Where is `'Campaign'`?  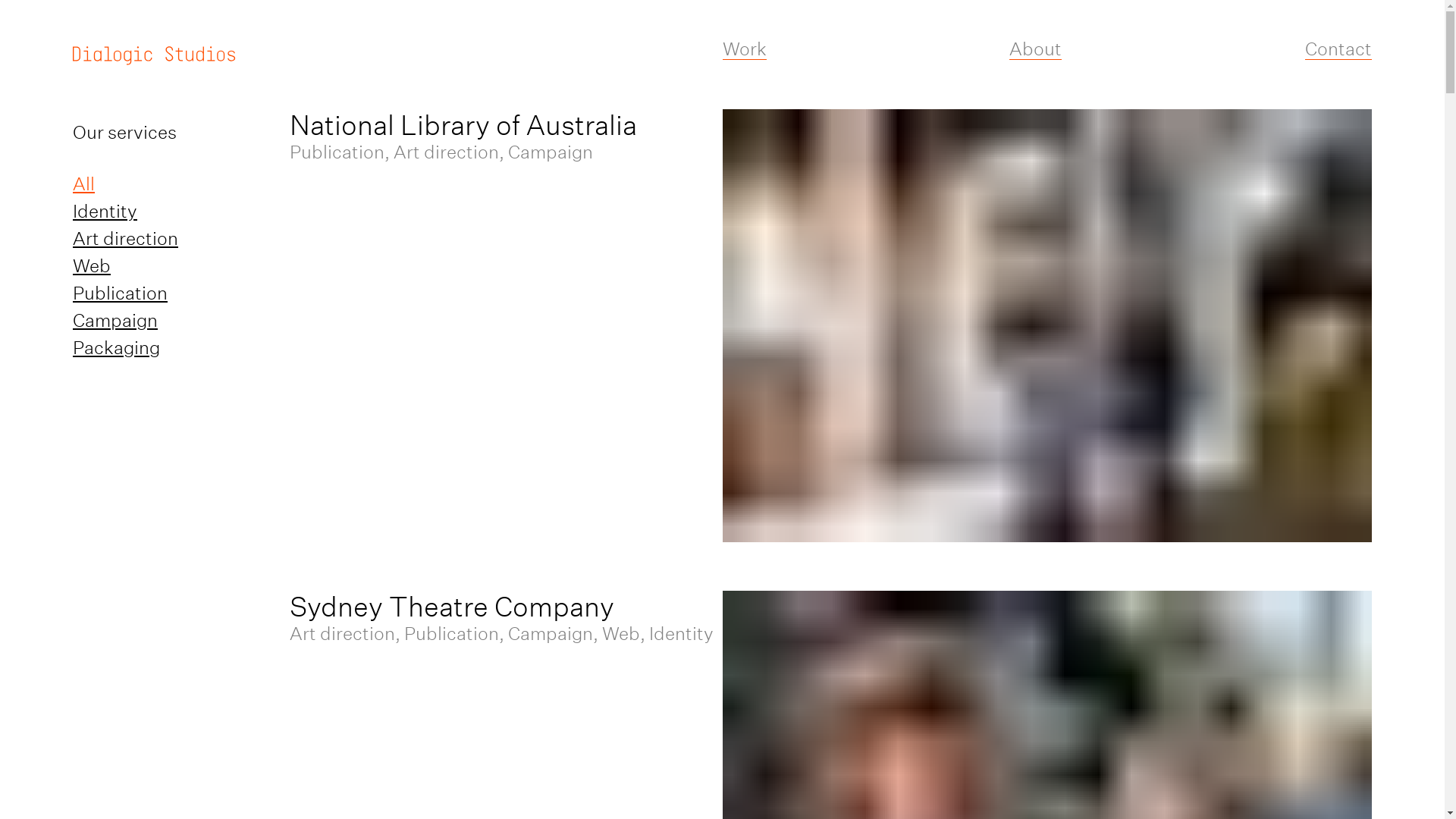 'Campaign' is located at coordinates (72, 318).